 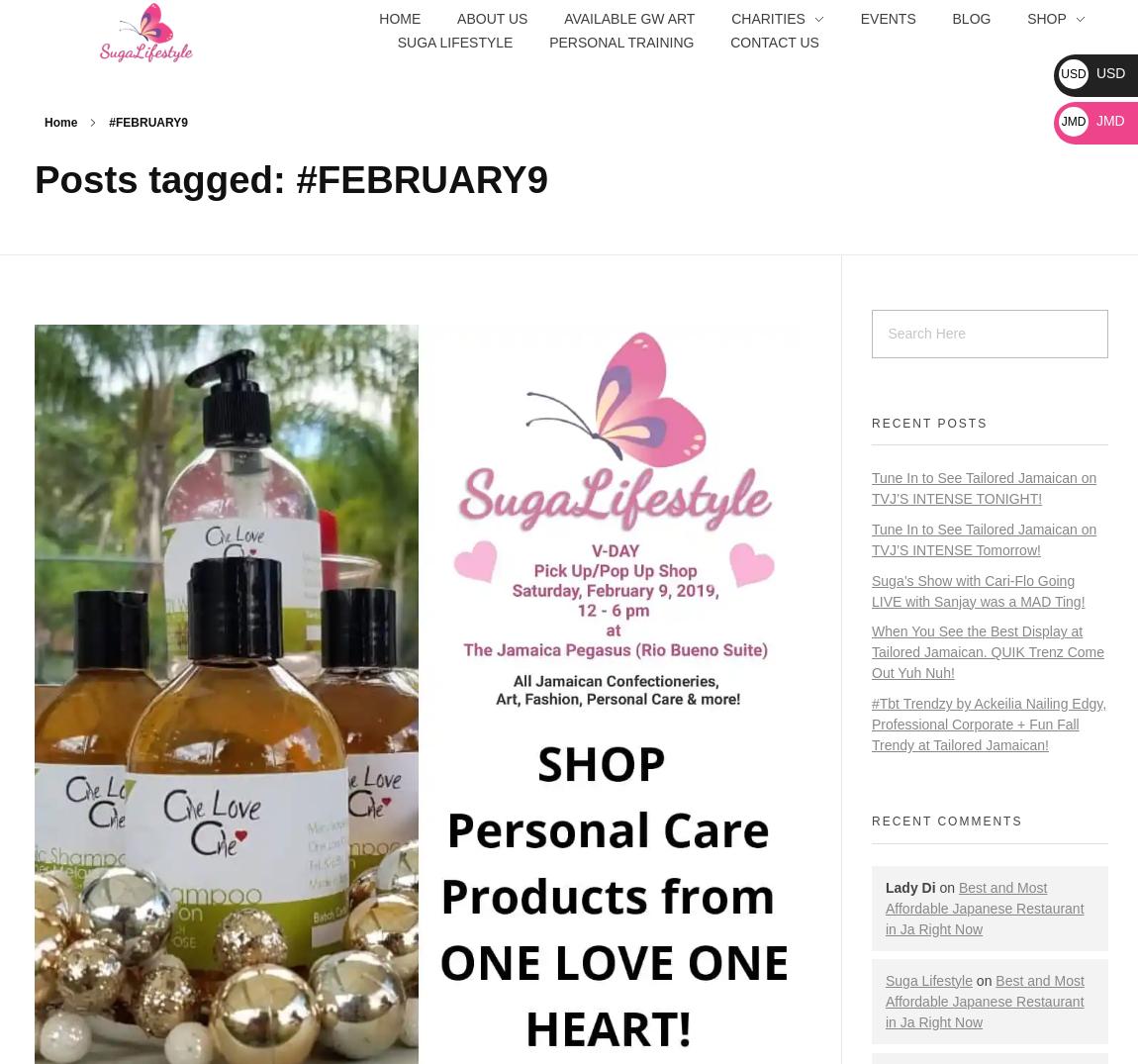 What do you see at coordinates (492, 16) in the screenshot?
I see `'ABOUT US'` at bounding box center [492, 16].